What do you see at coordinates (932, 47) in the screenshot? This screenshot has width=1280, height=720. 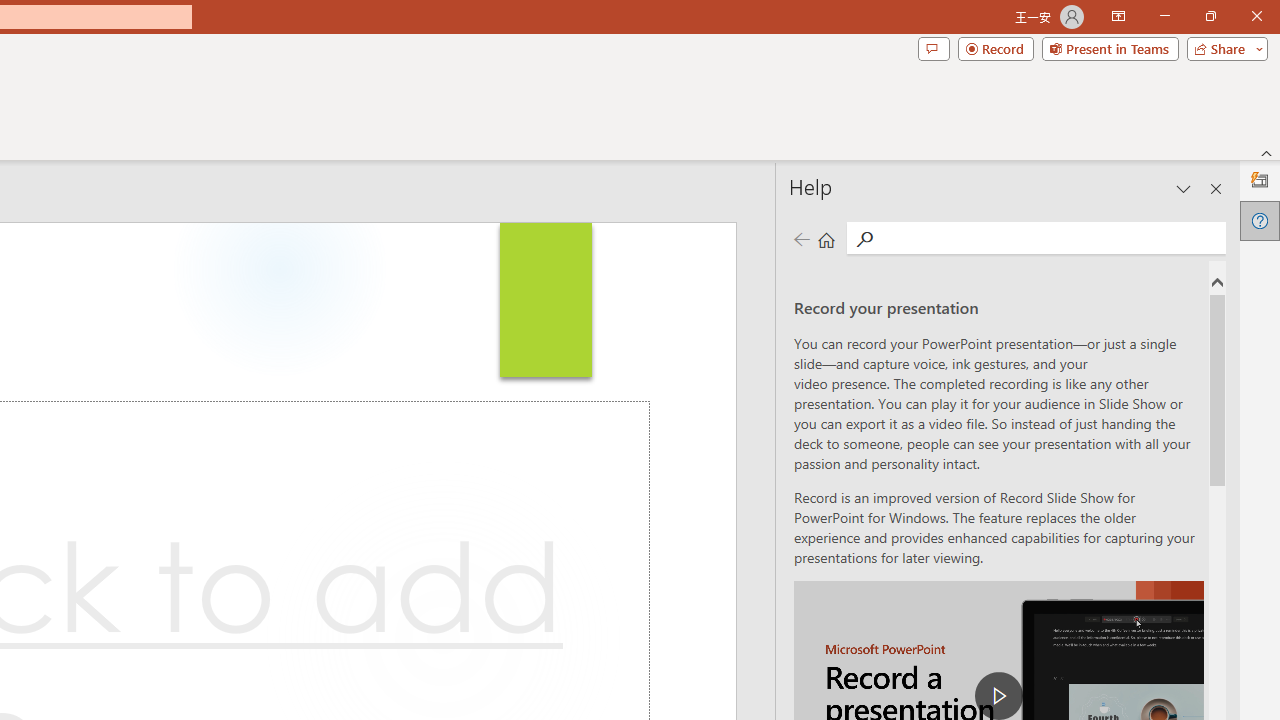 I see `'Comments'` at bounding box center [932, 47].